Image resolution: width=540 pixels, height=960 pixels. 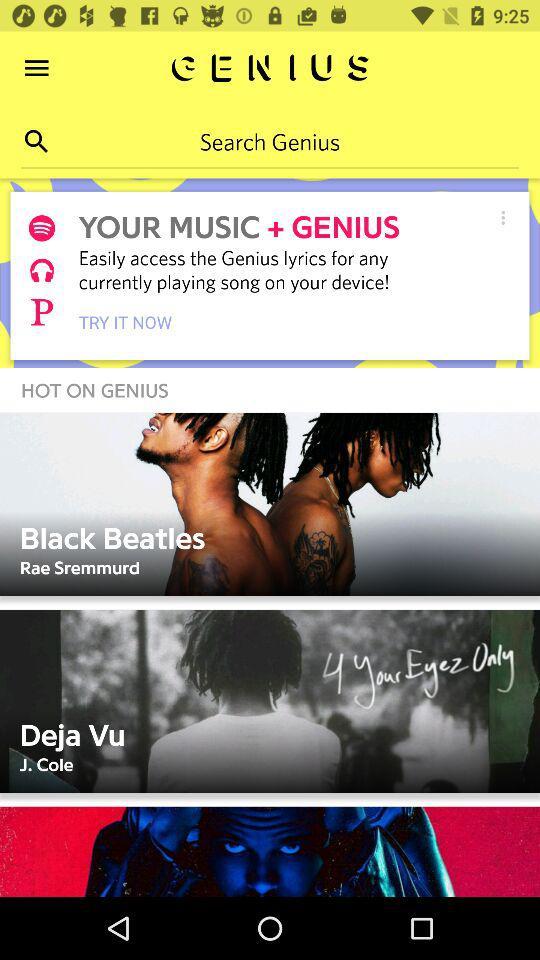 I want to click on icon at the top right corner, so click(x=502, y=217).